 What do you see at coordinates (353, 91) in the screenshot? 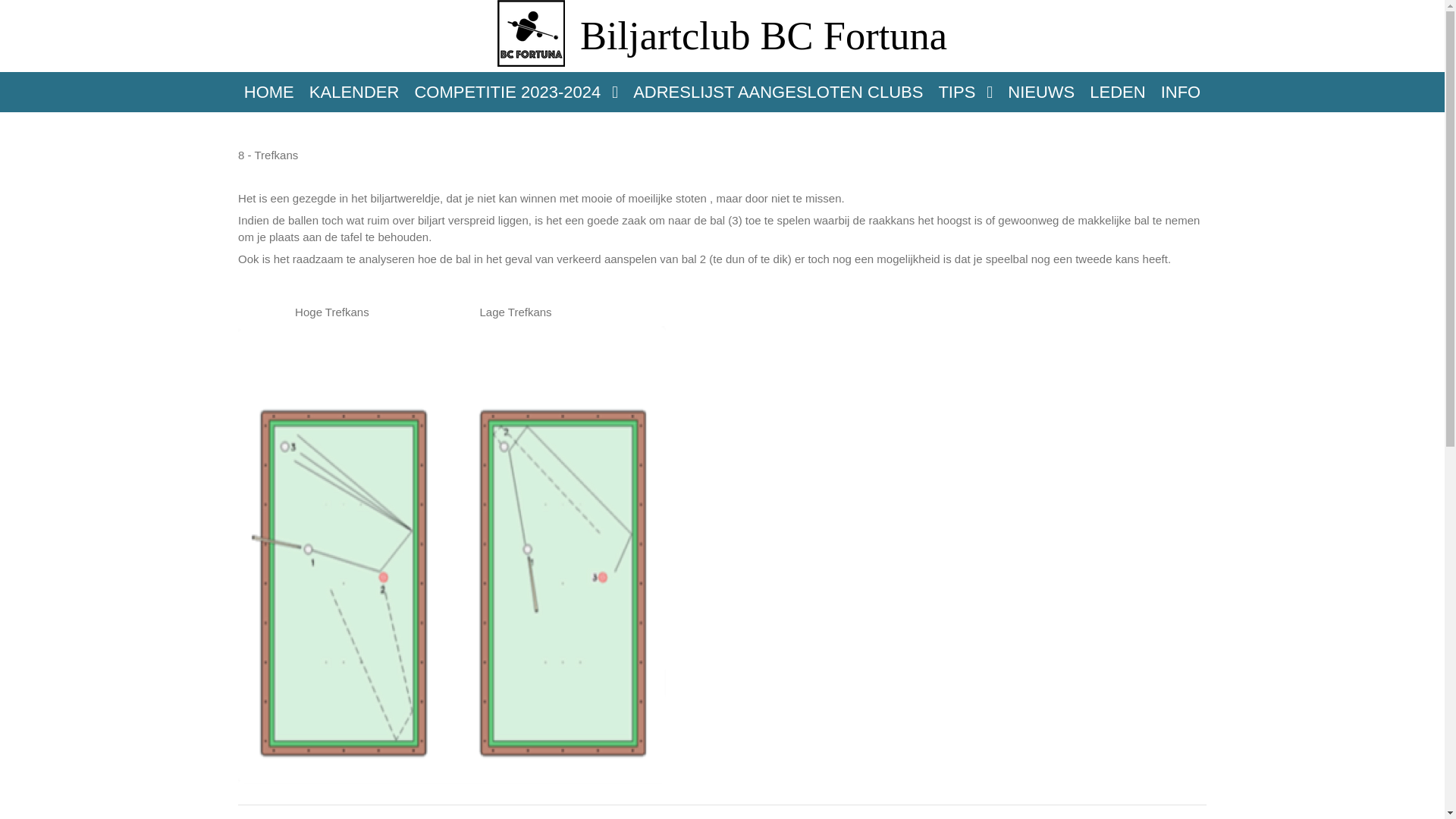
I see `'KALENDER'` at bounding box center [353, 91].